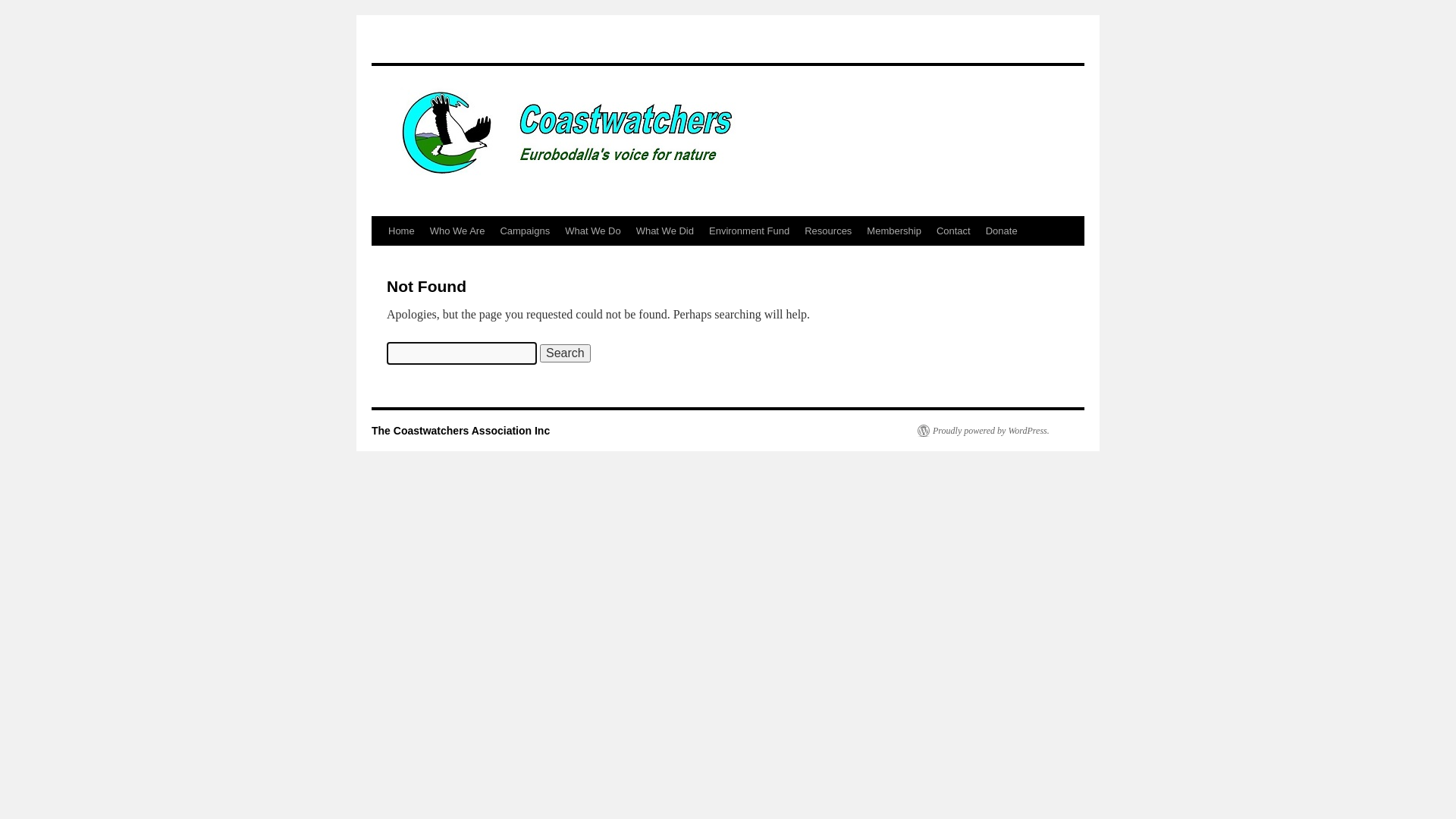 The image size is (1456, 819). Describe the element at coordinates (378, 259) in the screenshot. I see `'Skip to content'` at that location.